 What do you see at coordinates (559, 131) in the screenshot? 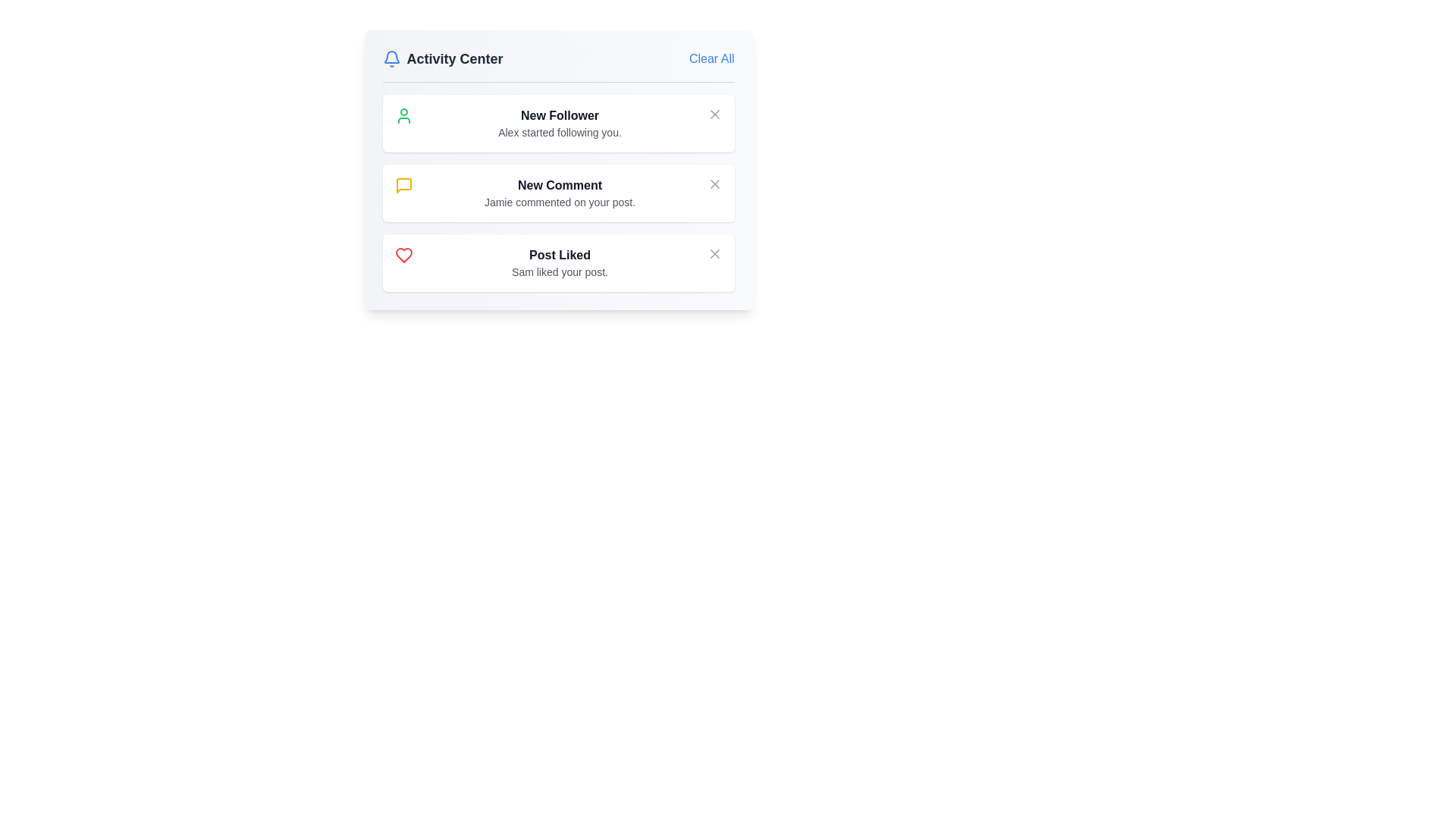
I see `information from the text label indicating 'following you' by Alex, which is located below the bold text 'New Follower' in a notification card` at bounding box center [559, 131].